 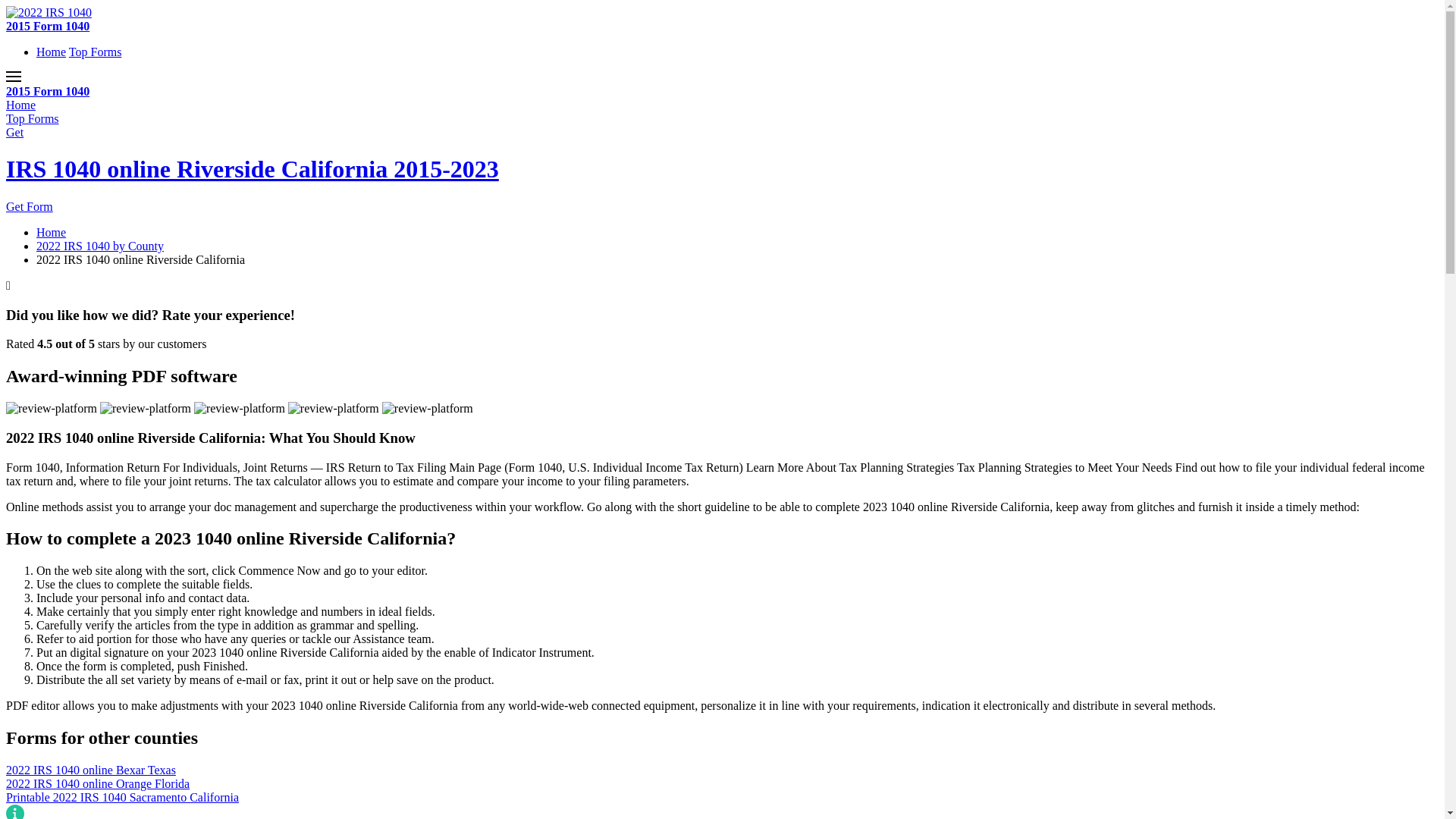 I want to click on 'Home', so click(x=51, y=232).